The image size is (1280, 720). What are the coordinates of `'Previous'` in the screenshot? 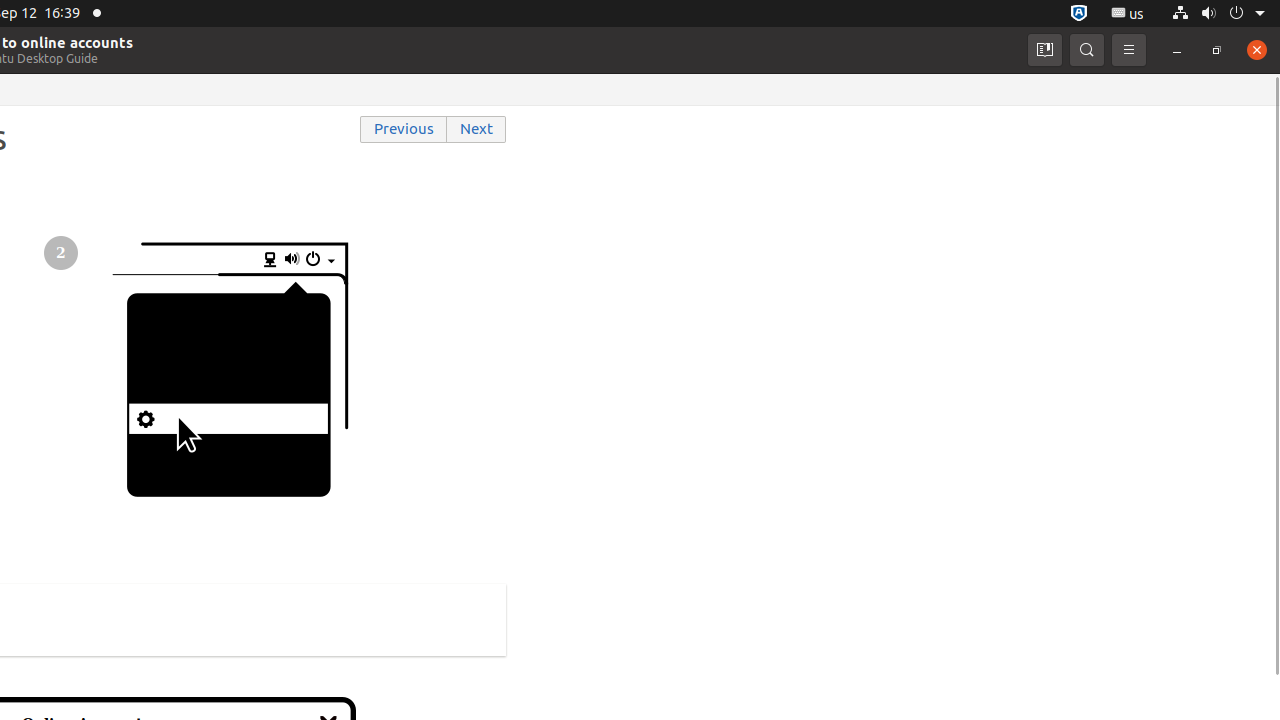 It's located at (402, 129).